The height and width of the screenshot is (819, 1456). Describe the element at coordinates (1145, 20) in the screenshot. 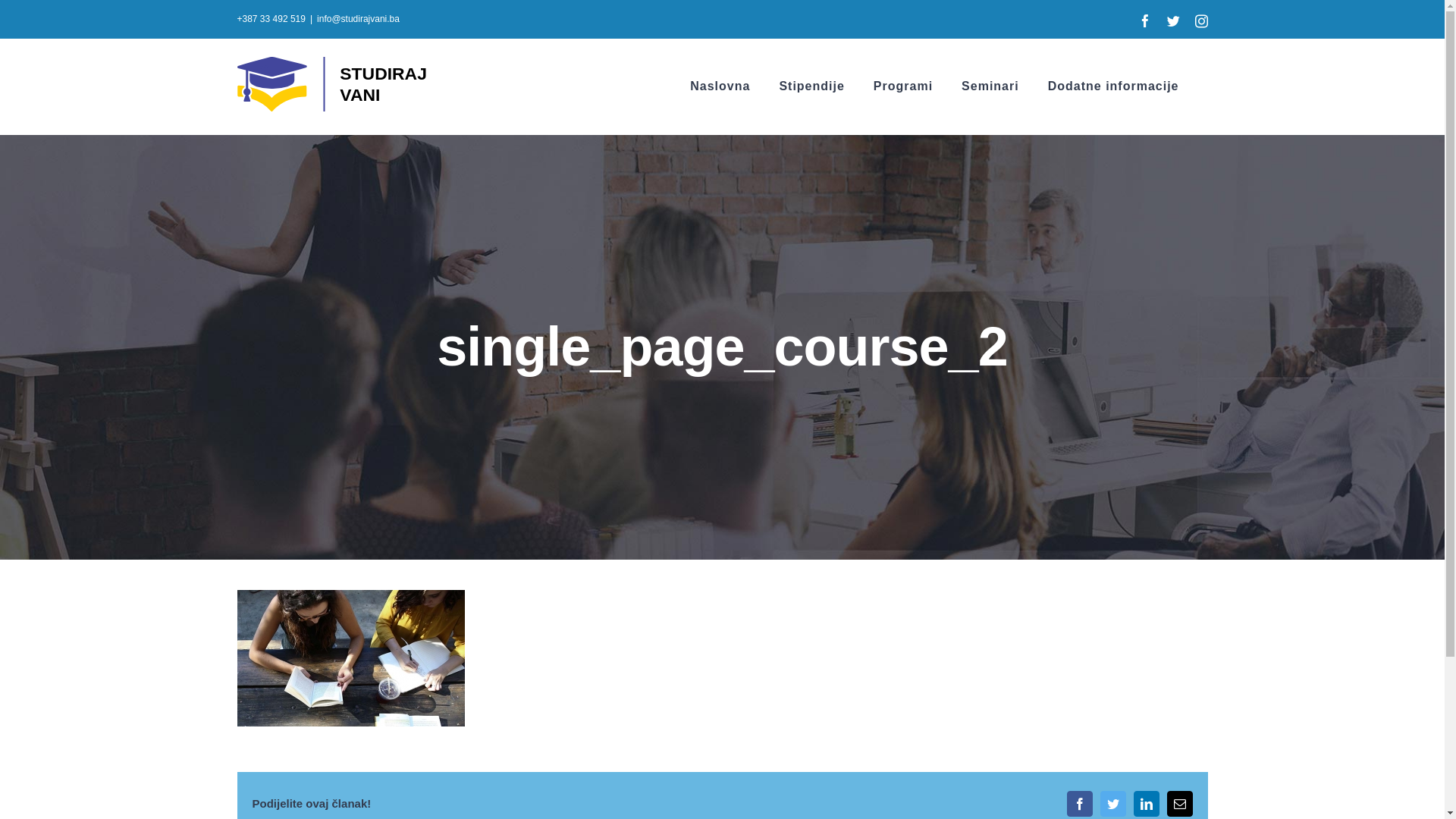

I see `'Facebook'` at that location.